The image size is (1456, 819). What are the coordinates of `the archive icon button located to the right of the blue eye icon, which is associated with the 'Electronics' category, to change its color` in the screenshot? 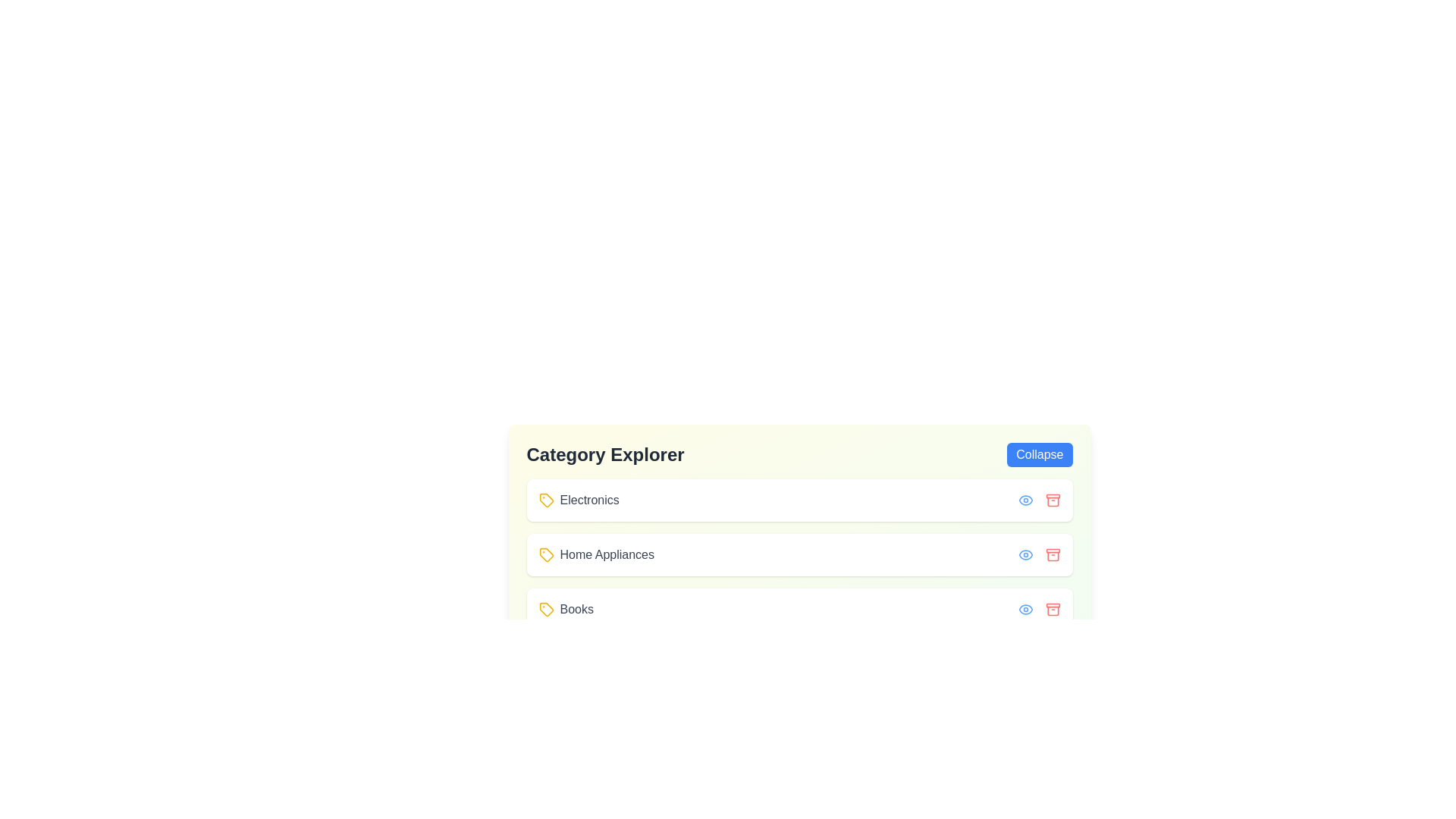 It's located at (1052, 500).